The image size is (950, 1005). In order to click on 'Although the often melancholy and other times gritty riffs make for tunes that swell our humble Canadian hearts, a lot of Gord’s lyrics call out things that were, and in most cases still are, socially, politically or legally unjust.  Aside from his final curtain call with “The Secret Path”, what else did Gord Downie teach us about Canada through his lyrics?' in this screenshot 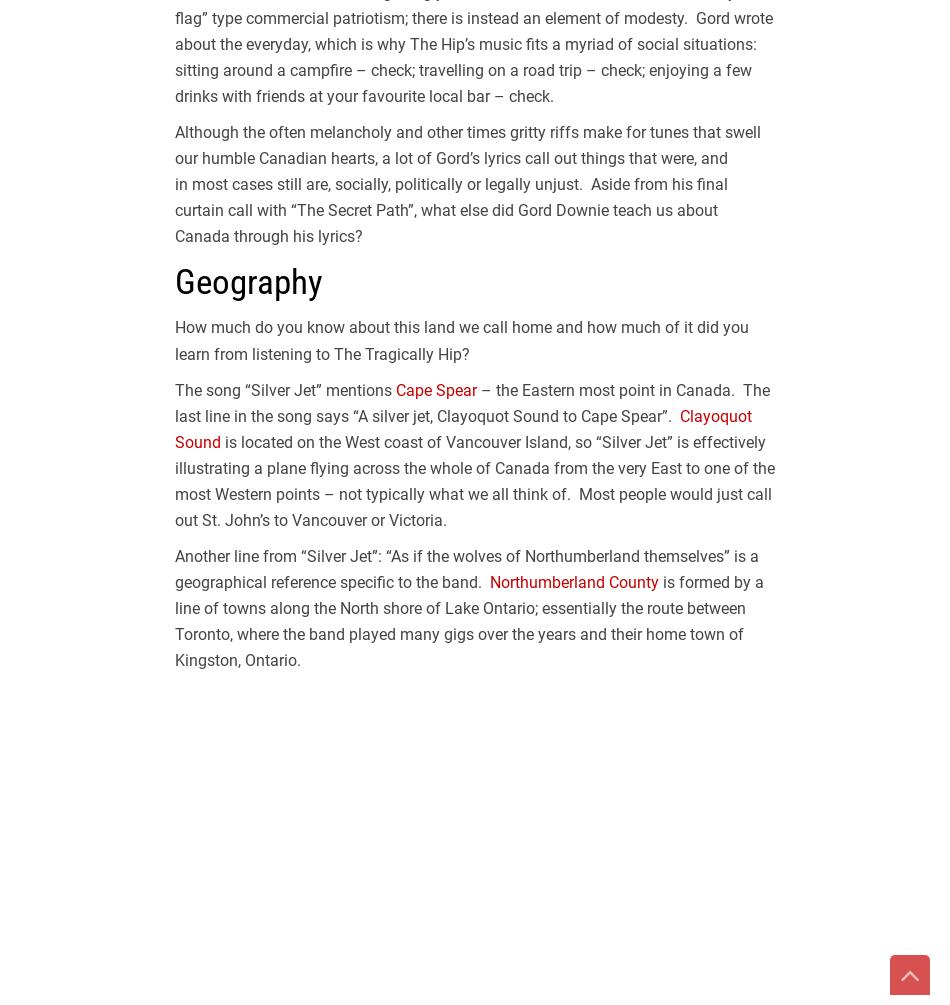, I will do `click(174, 183)`.